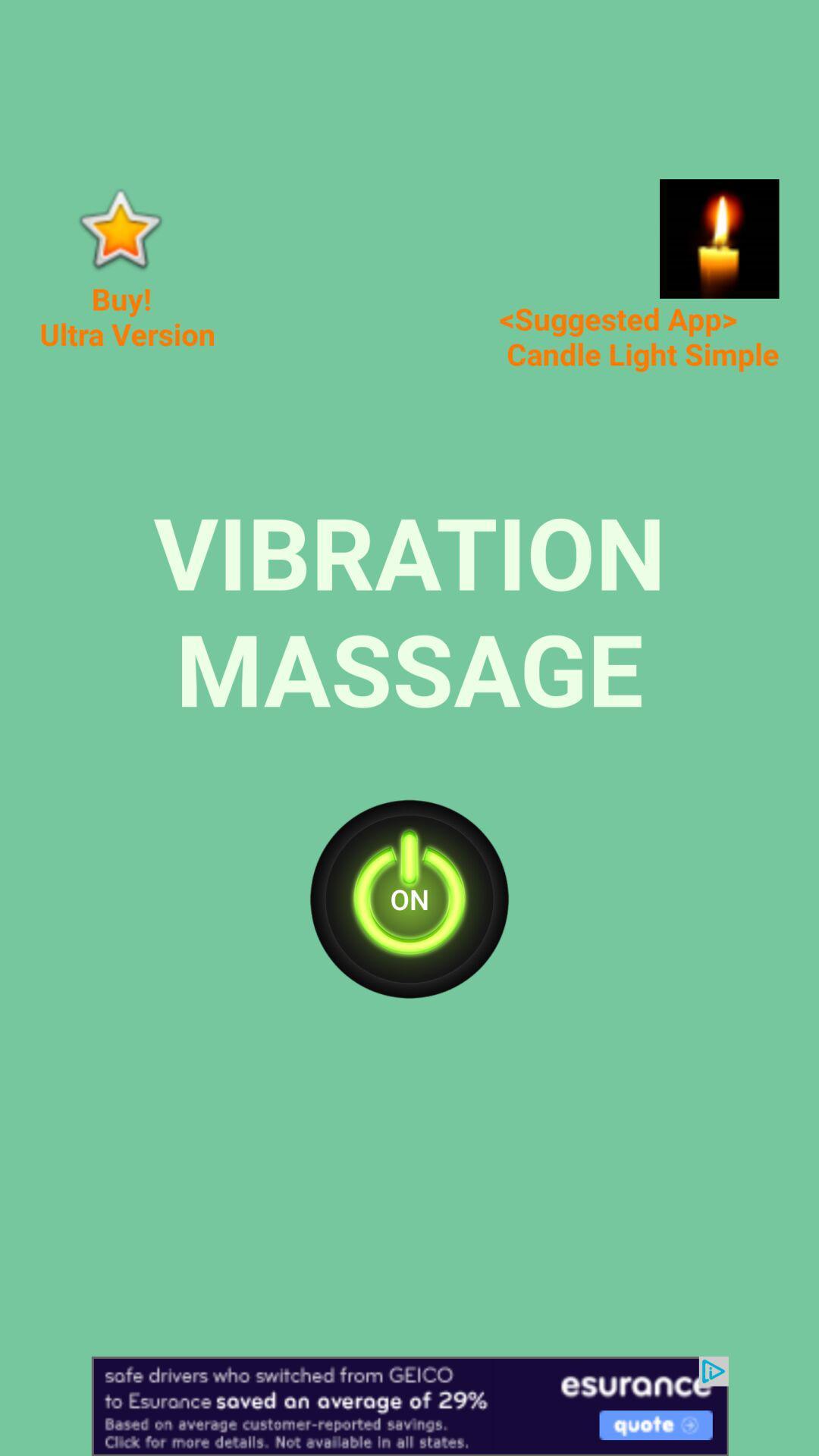  What do you see at coordinates (118, 227) in the screenshot?
I see `in app purchase` at bounding box center [118, 227].